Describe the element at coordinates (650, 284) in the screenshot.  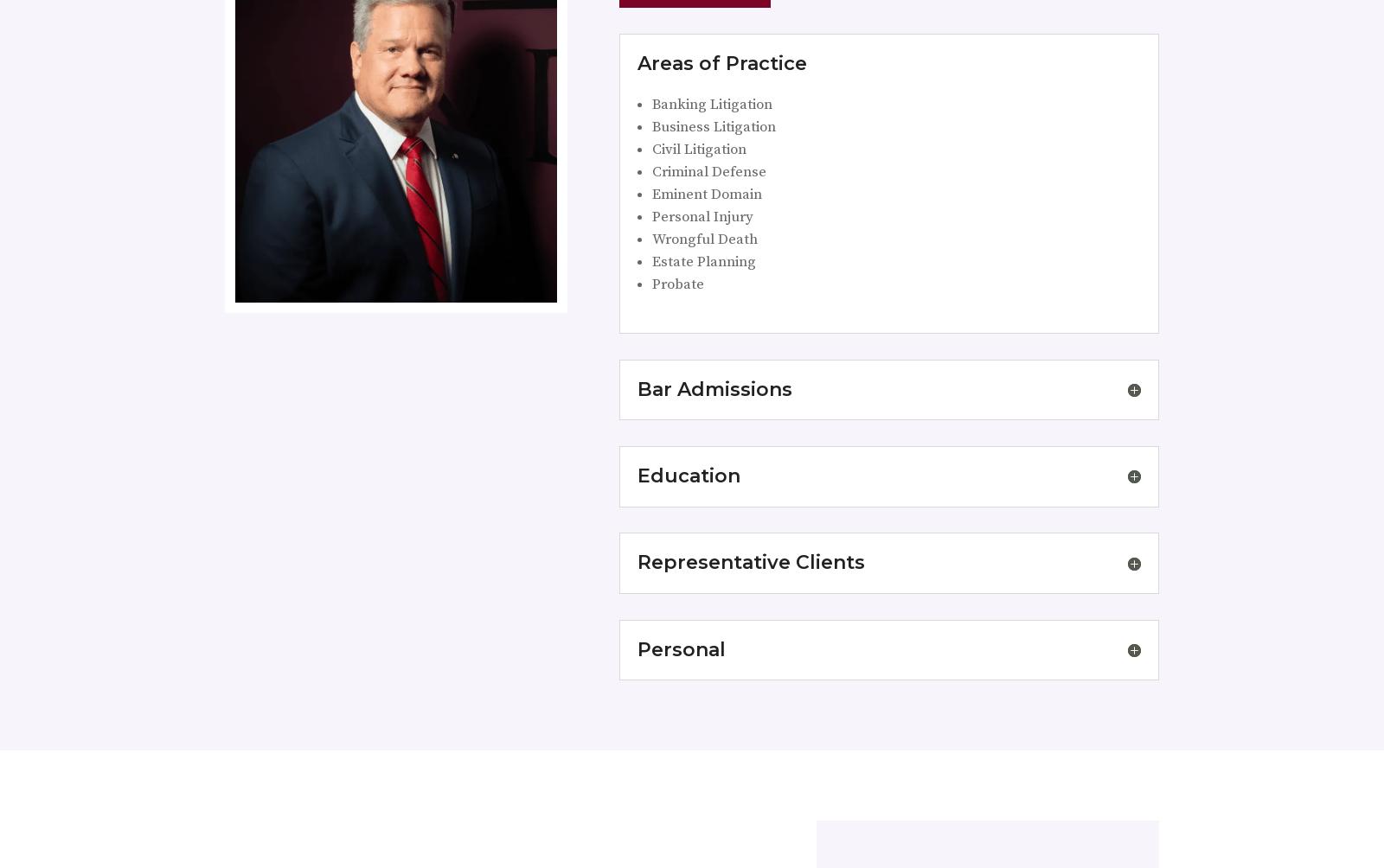
I see `'Probate'` at that location.